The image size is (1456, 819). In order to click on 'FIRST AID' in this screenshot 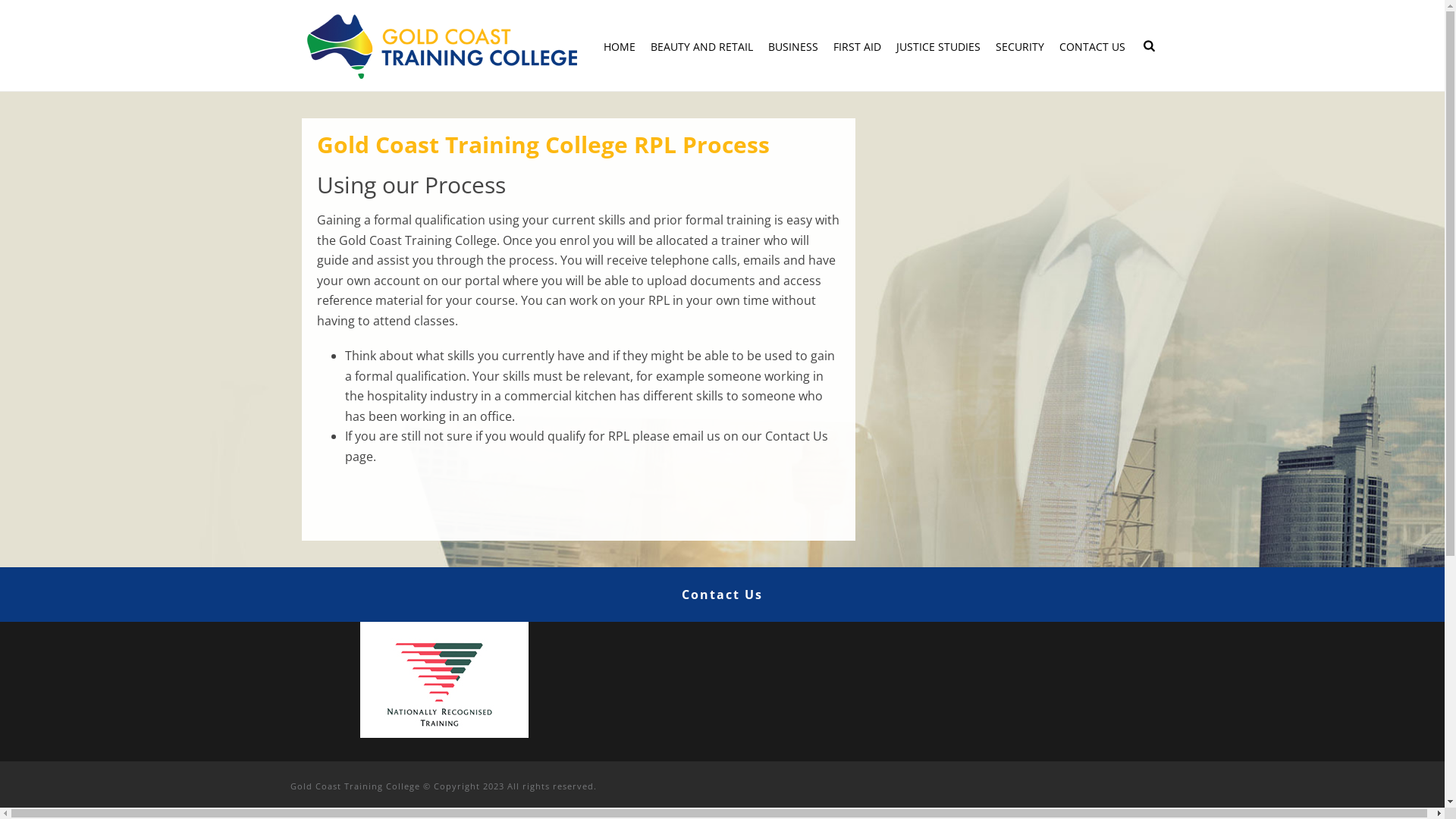, I will do `click(857, 45)`.